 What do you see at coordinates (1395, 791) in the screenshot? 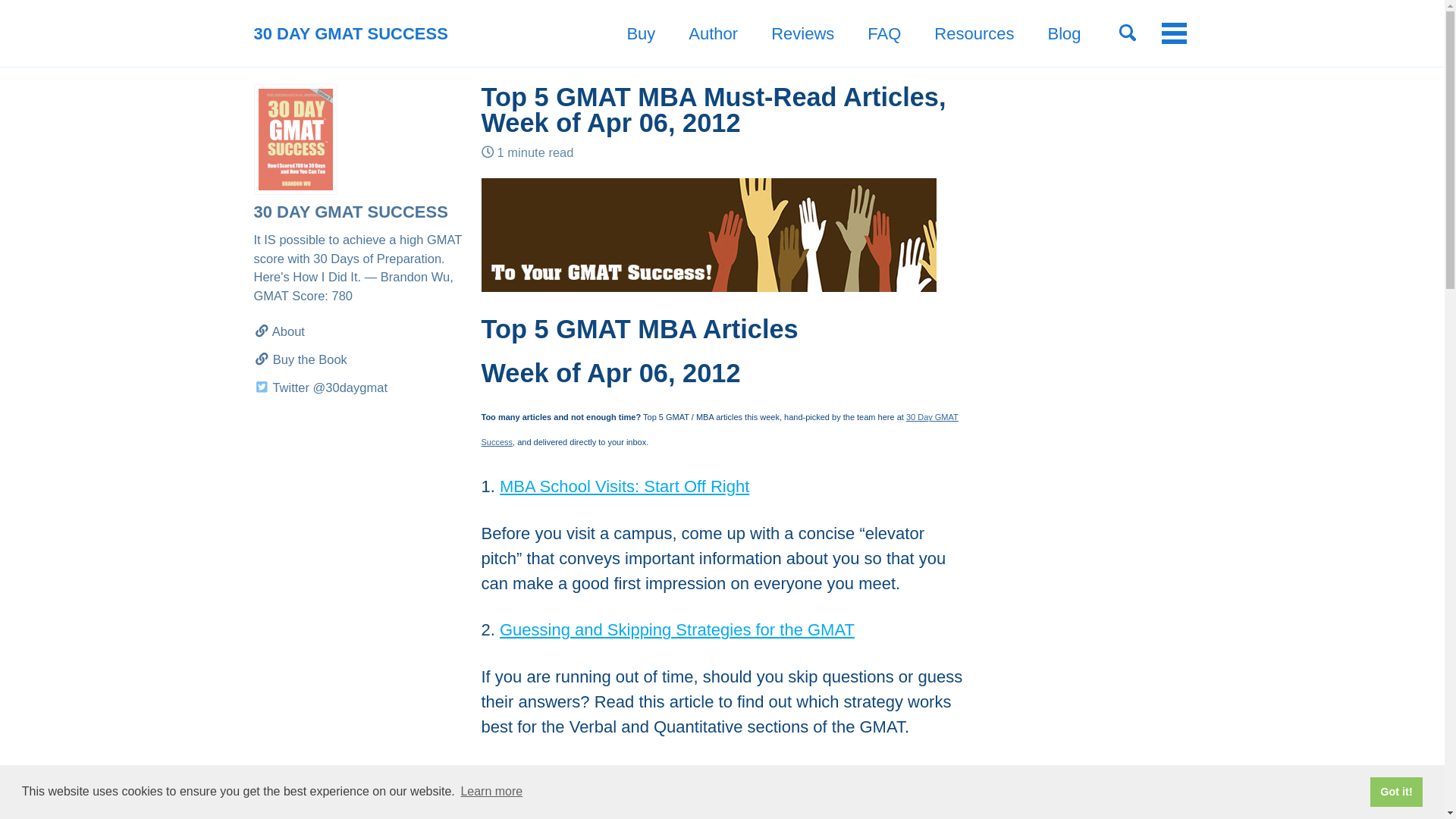
I see `'Got it!'` at bounding box center [1395, 791].